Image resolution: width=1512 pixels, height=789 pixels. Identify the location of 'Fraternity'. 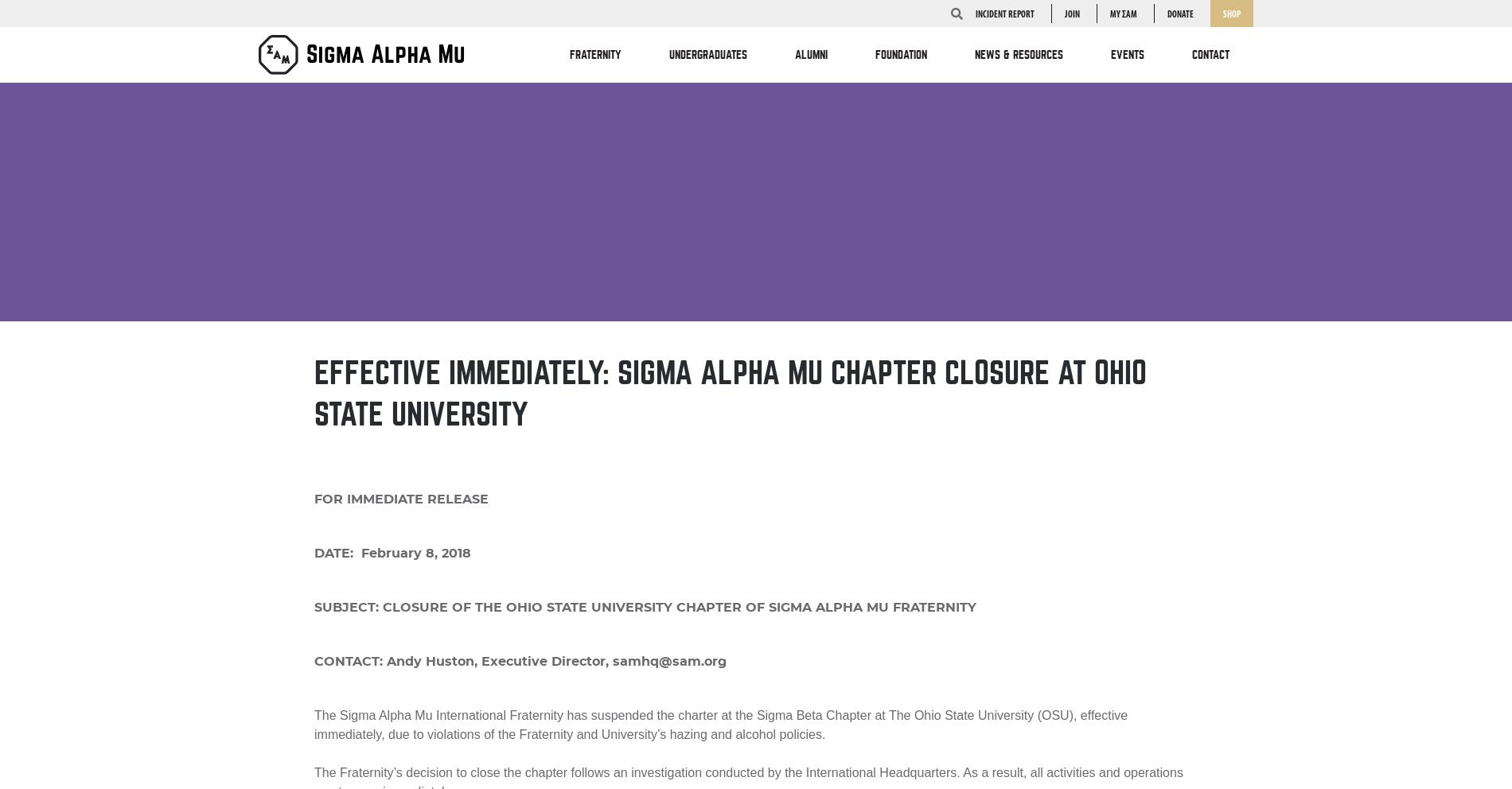
(594, 55).